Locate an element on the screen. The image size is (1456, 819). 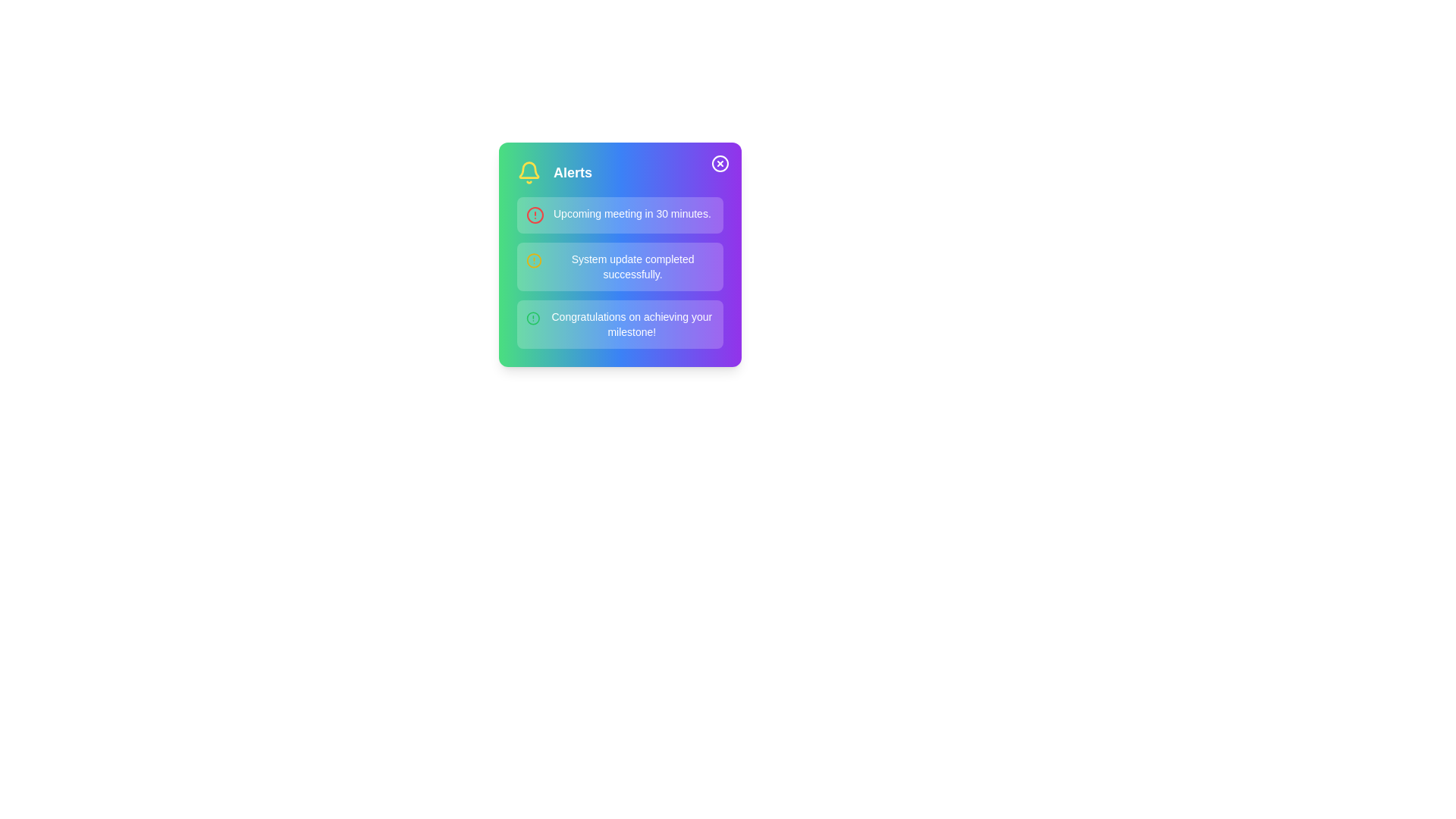
the alert notification item that informs the user of an upcoming meeting in 30 minutes by moving the cursor to its center point is located at coordinates (620, 215).